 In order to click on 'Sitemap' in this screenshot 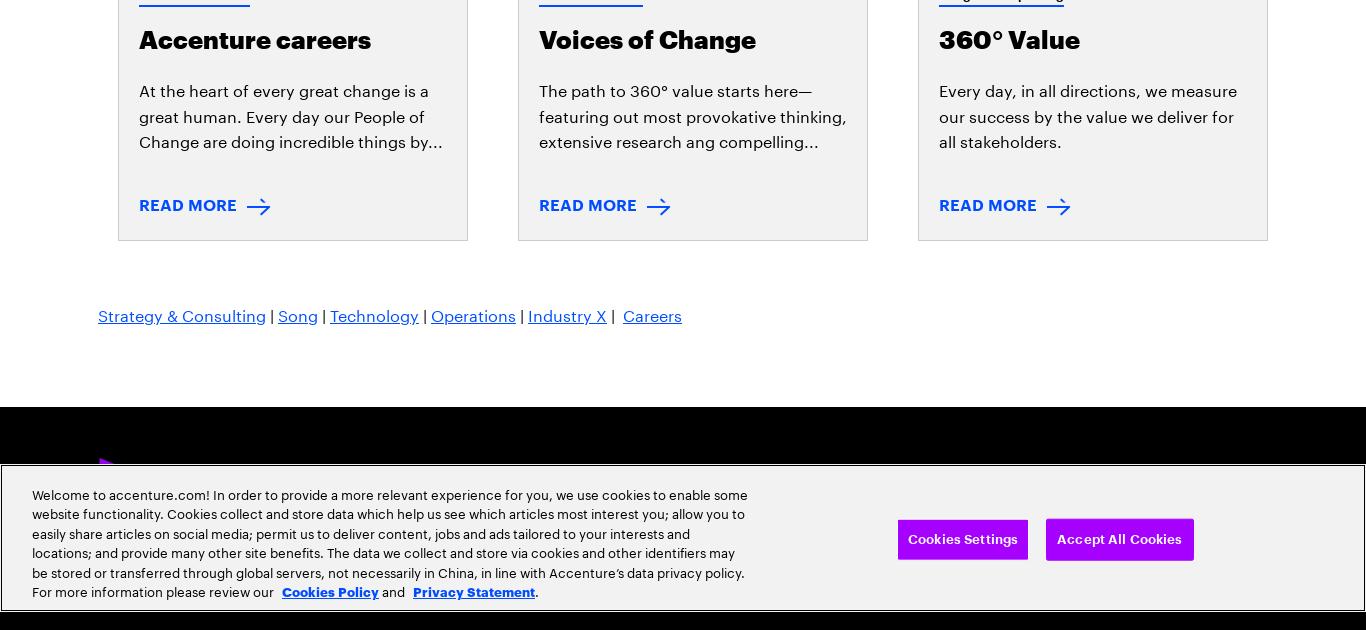, I will do `click(676, 336)`.